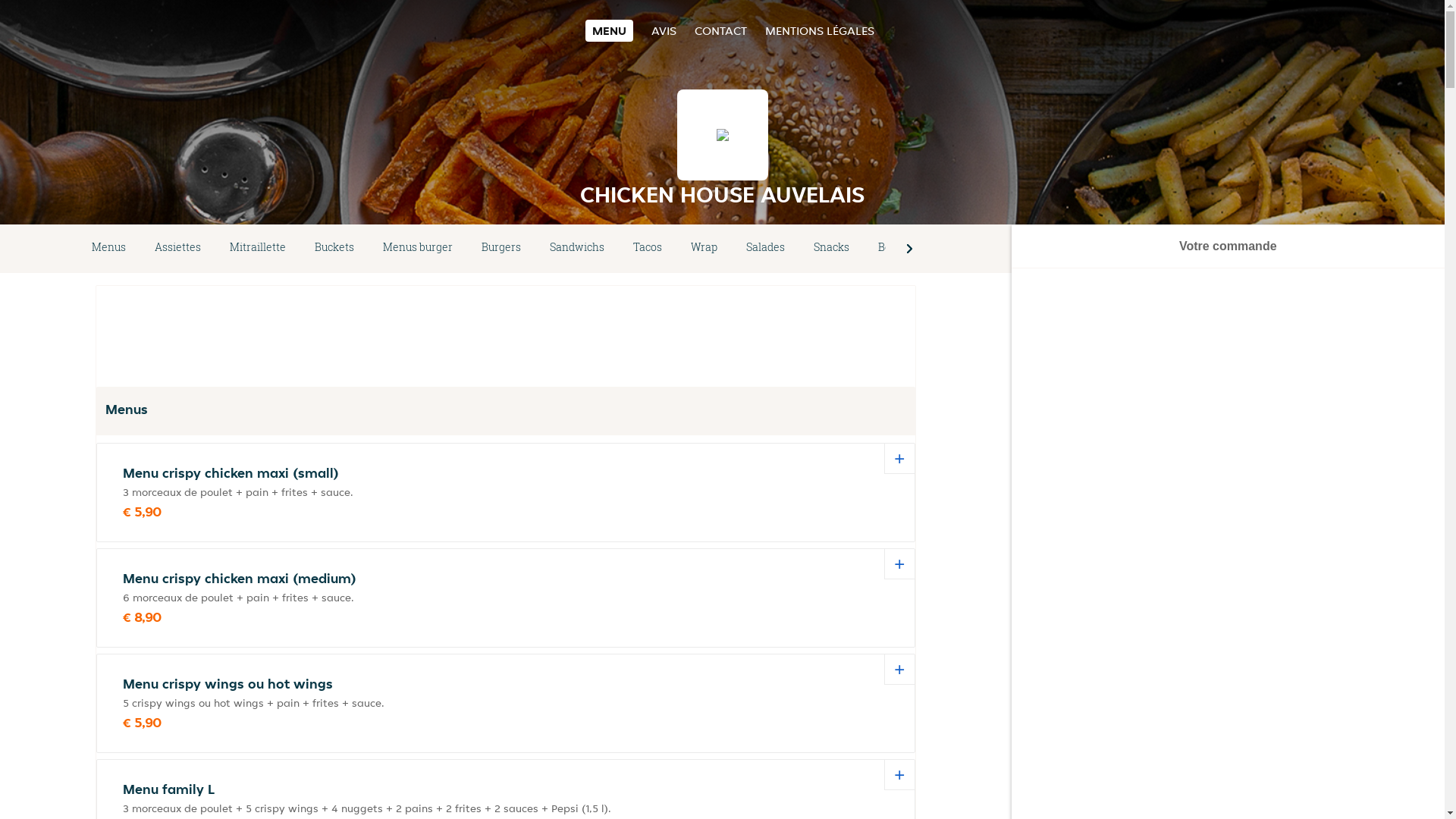 The image size is (1456, 819). I want to click on 'Burgers', so click(501, 247).